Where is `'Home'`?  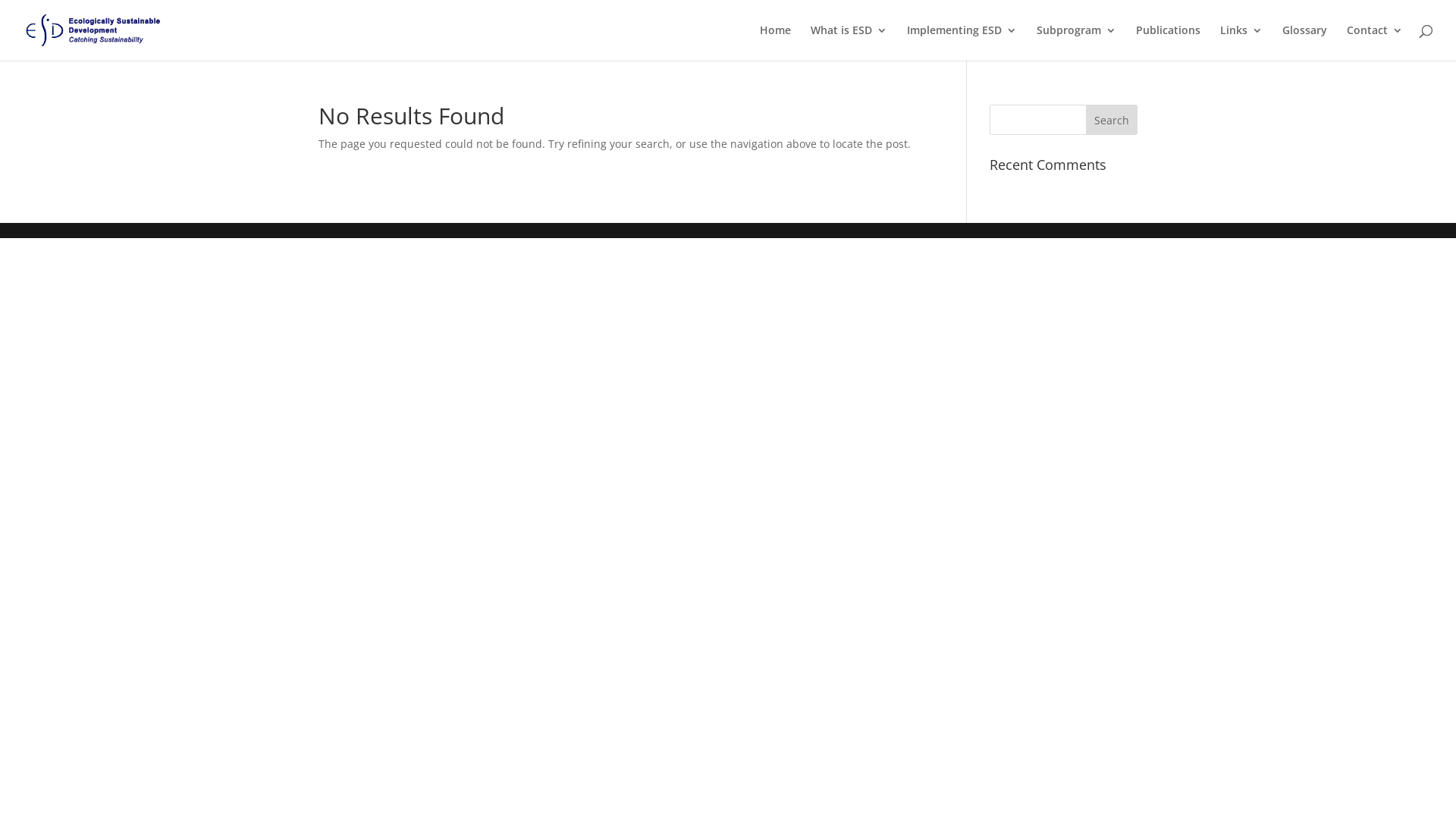 'Home' is located at coordinates (775, 42).